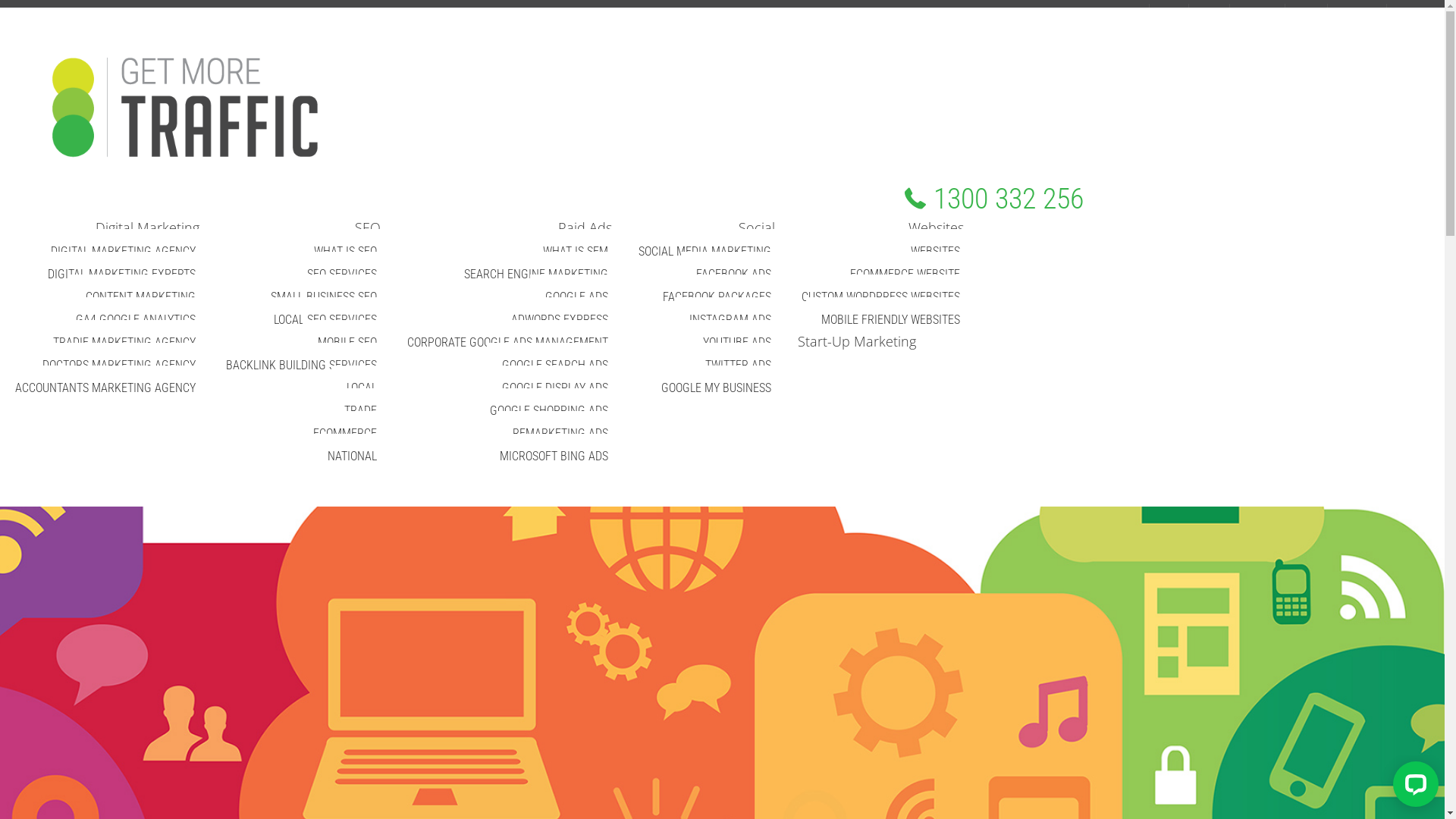 The image size is (1456, 819). I want to click on 'Social', so click(726, 227).